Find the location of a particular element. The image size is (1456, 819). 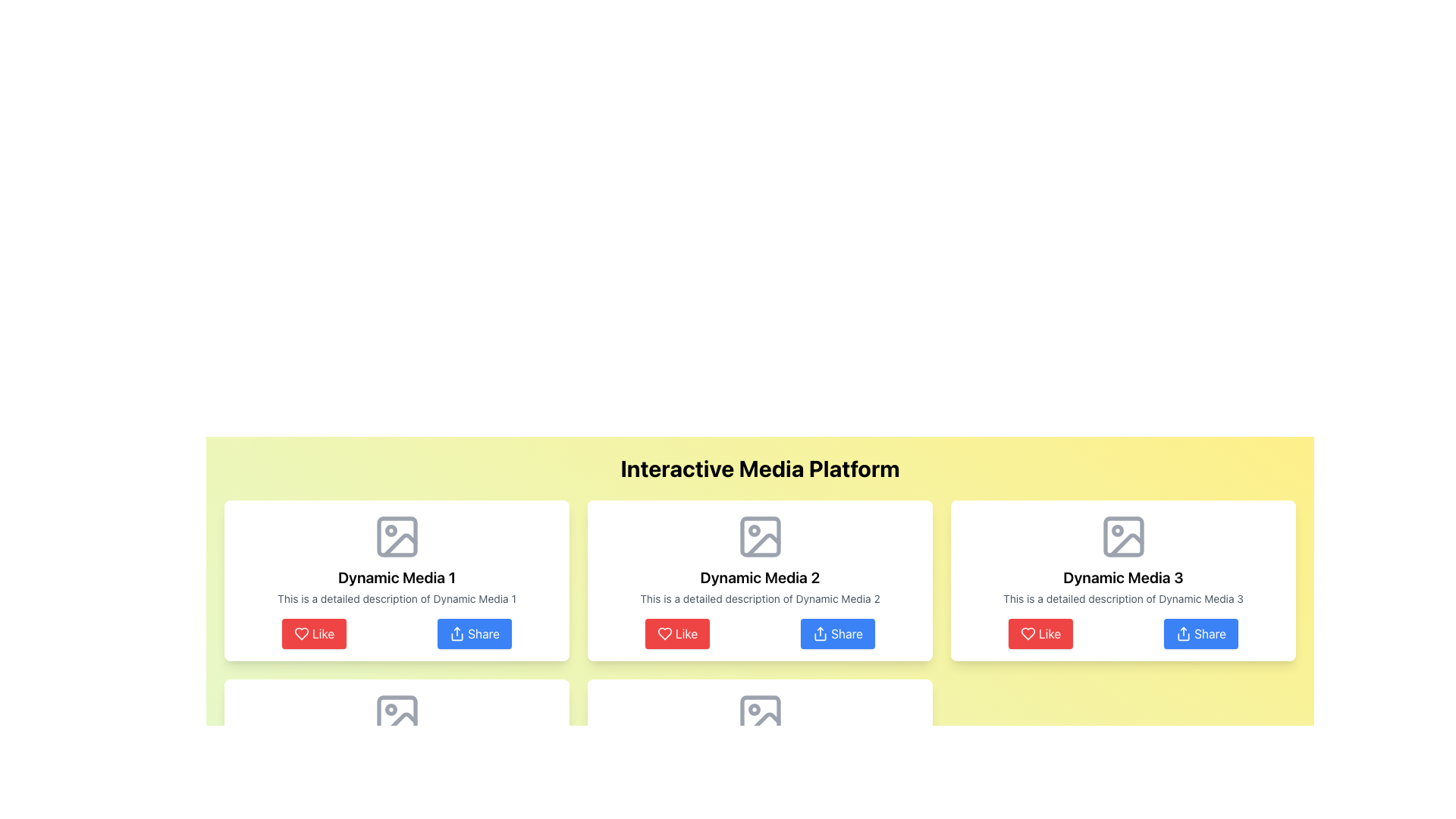

the heart-shaped red icon in the 'Like' button located at the bottom-left of the first card in the grid layout is located at coordinates (302, 634).